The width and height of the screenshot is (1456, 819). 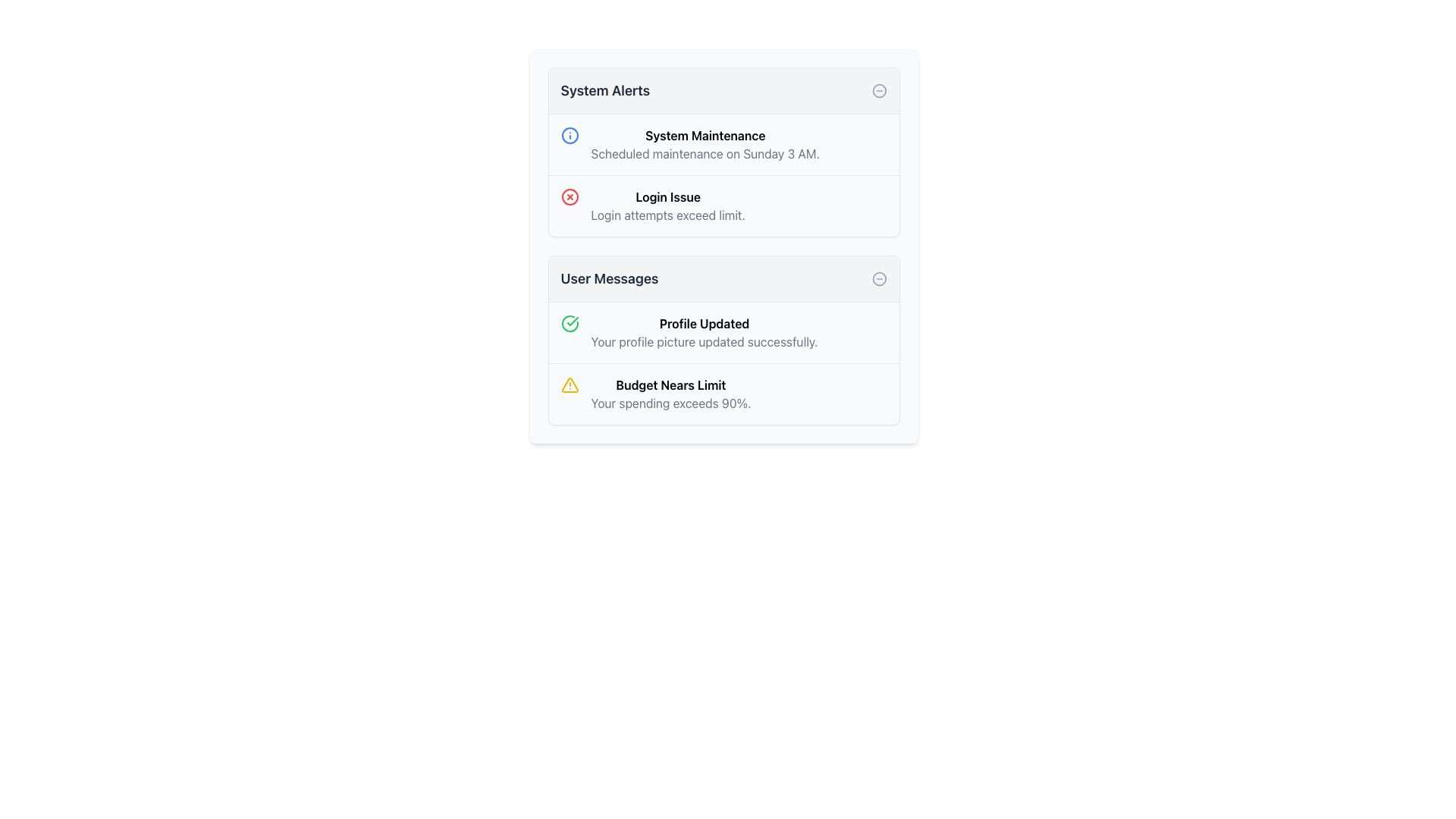 What do you see at coordinates (569, 323) in the screenshot?
I see `the green circular icon with a white checkmark located in the 'User Messages' section, to the left of the 'Profile Updated' text` at bounding box center [569, 323].